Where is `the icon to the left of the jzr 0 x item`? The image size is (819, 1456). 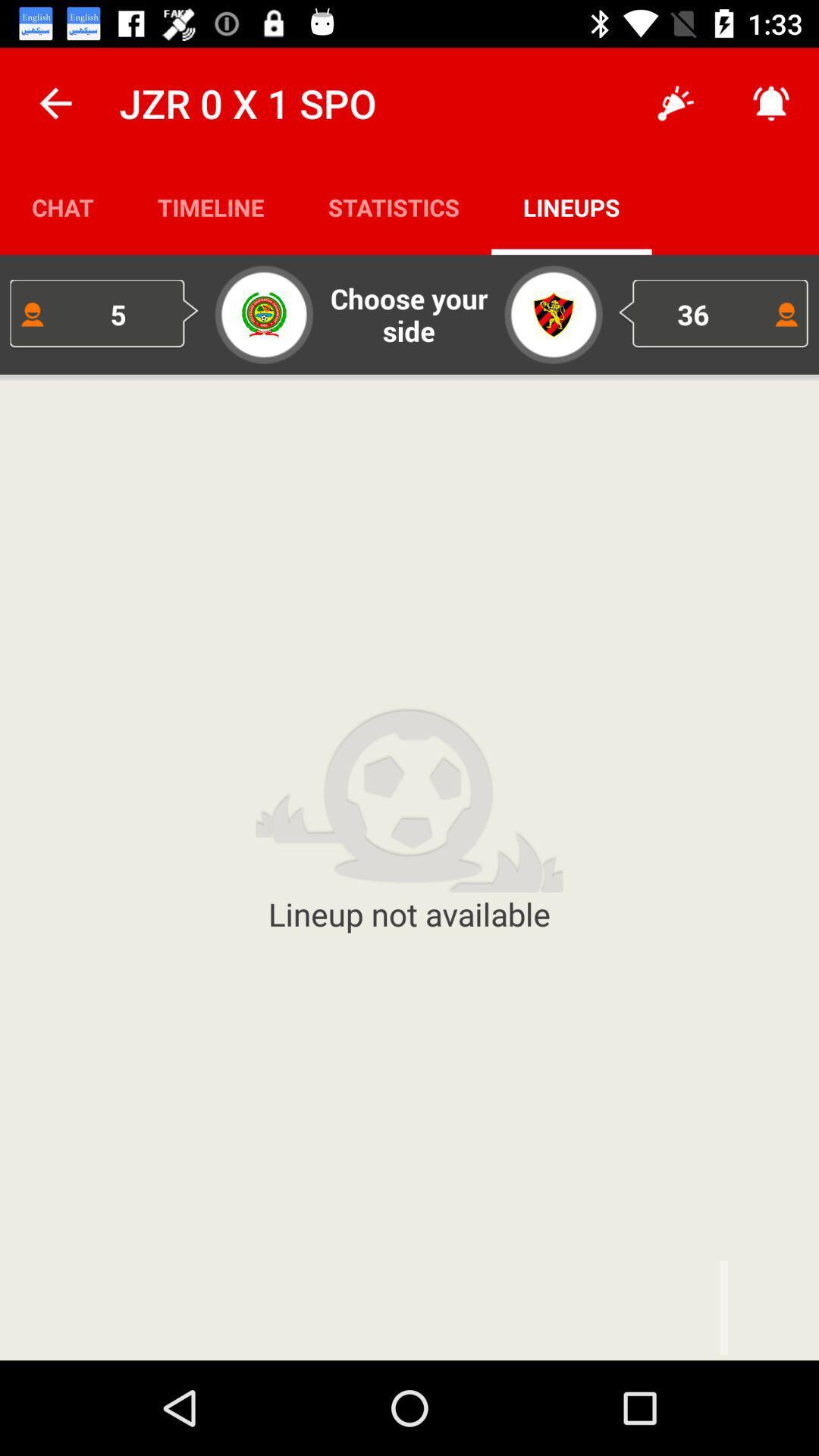
the icon to the left of the jzr 0 x item is located at coordinates (55, 102).